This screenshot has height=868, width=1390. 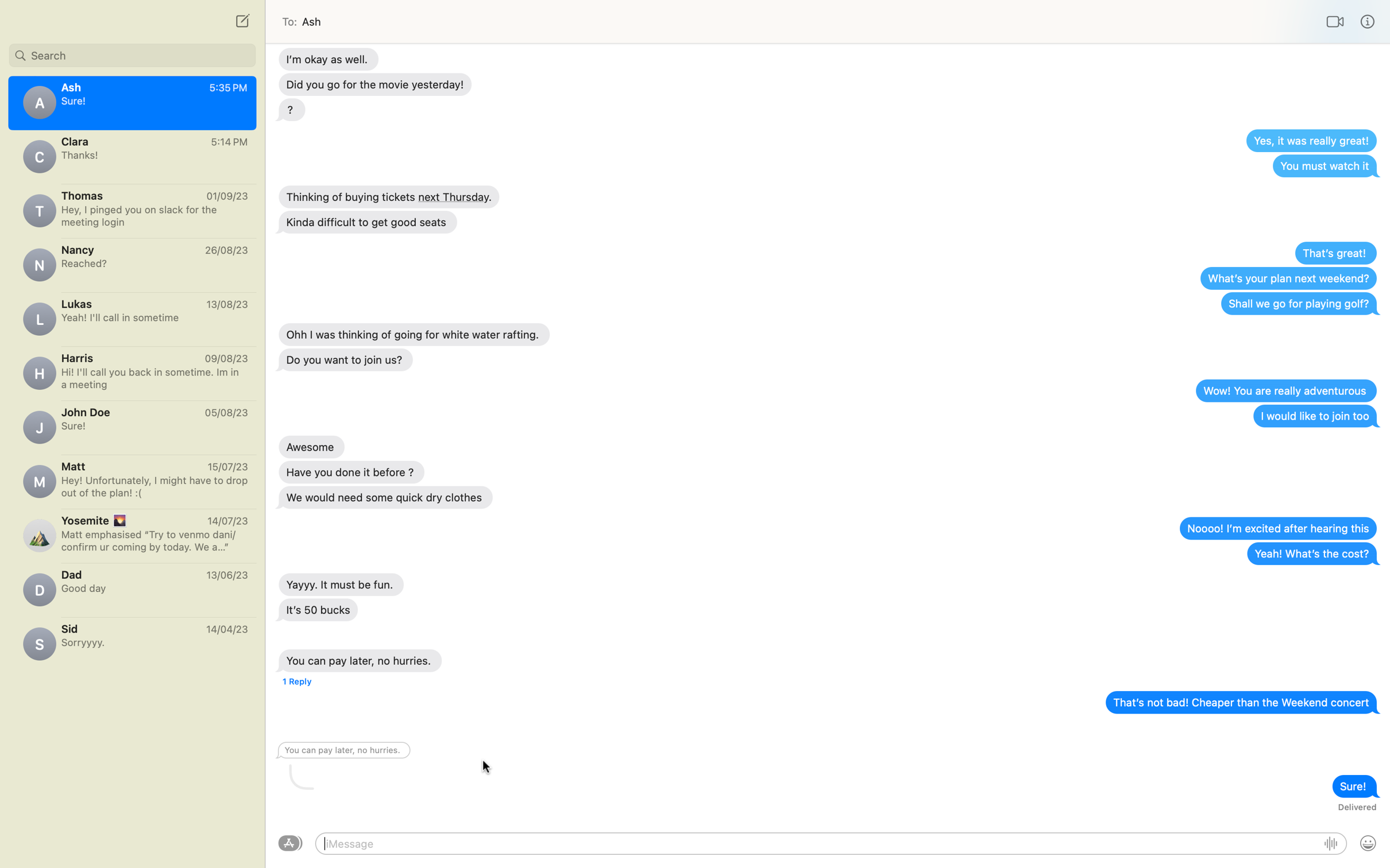 What do you see at coordinates (818, 843) in the screenshot?
I see `Wish Ash a "Good Afternoon"` at bounding box center [818, 843].